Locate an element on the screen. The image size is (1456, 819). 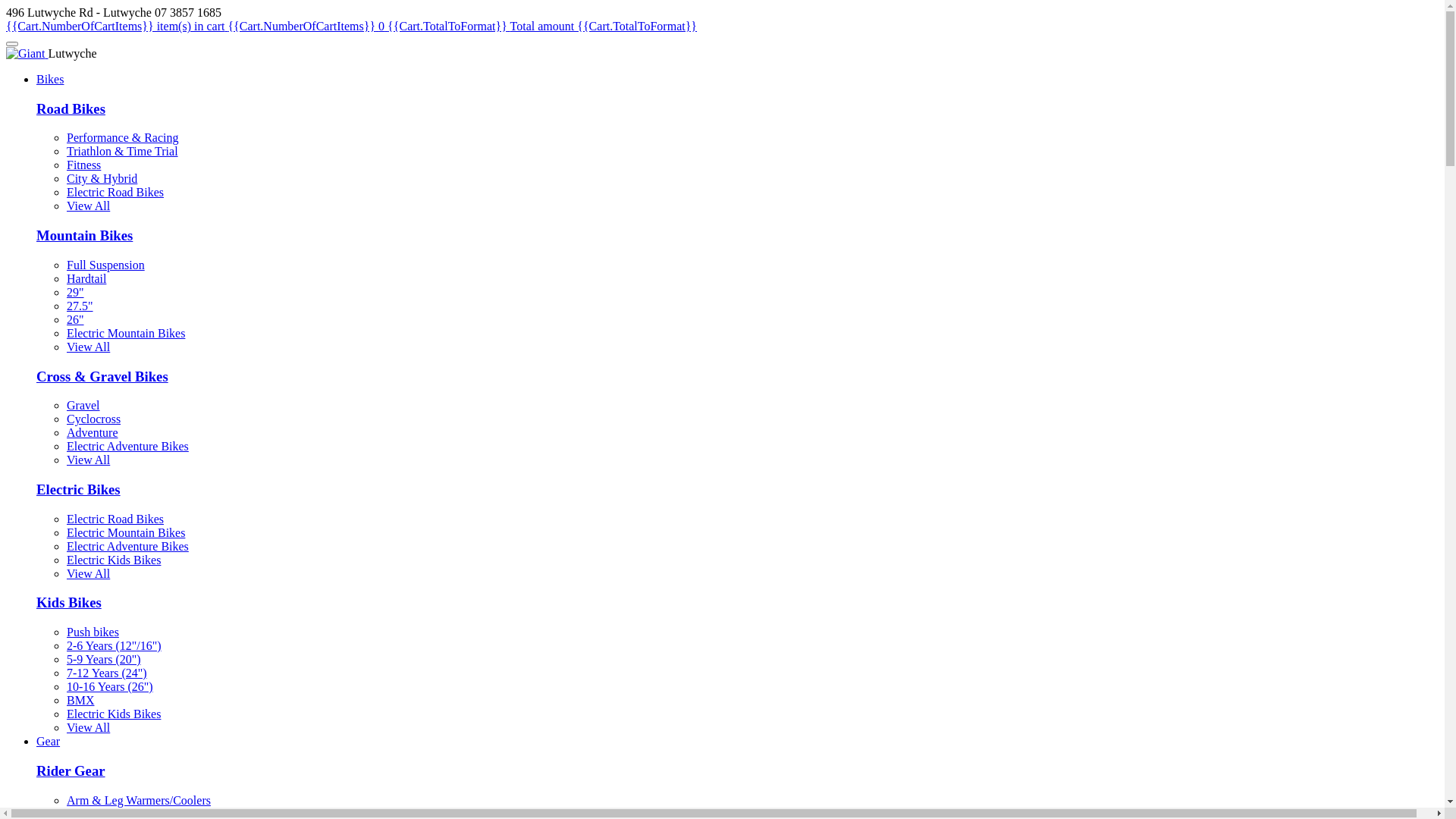
'Electric Adventure Bikes' is located at coordinates (127, 445).